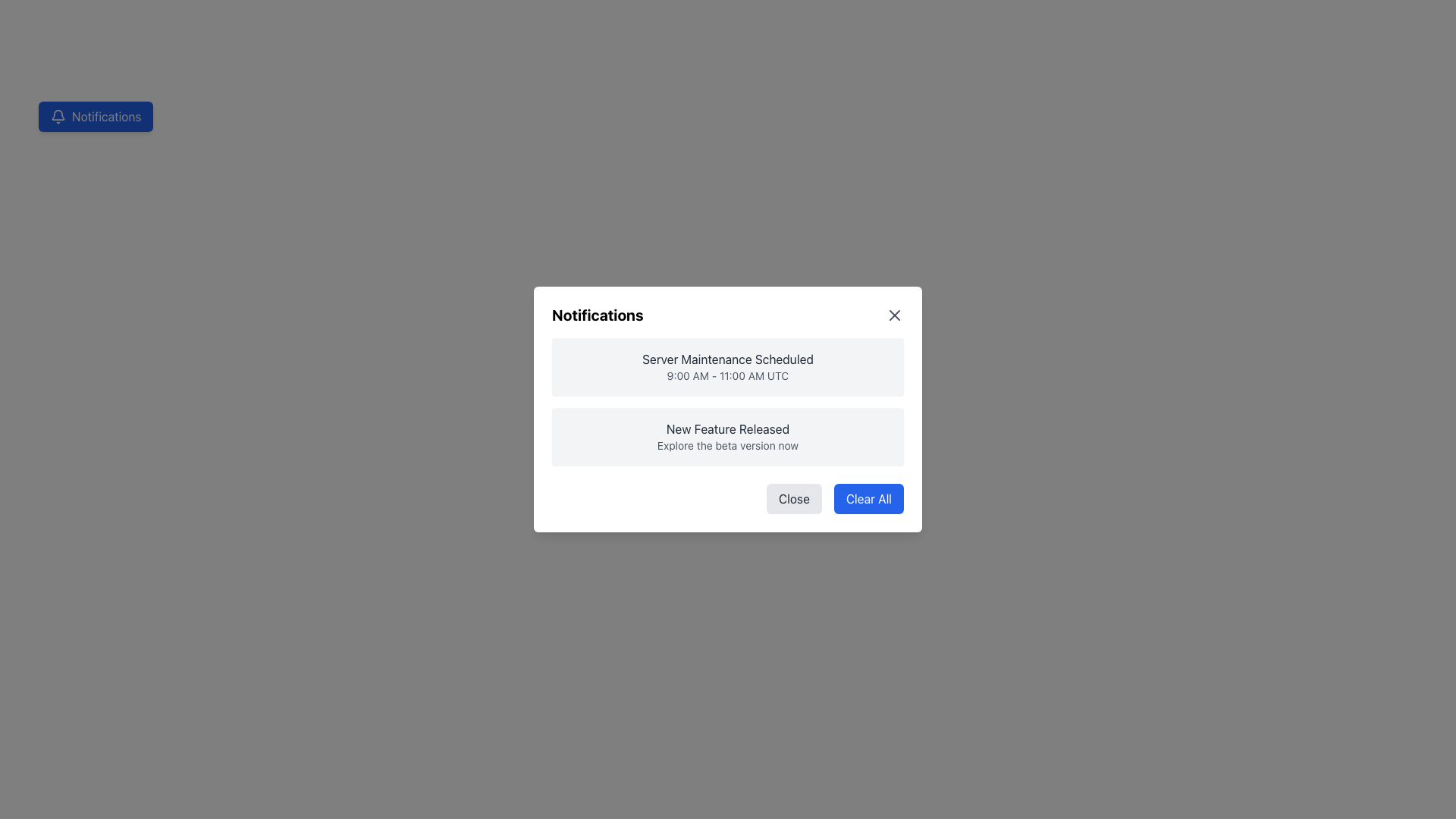 The height and width of the screenshot is (819, 1456). Describe the element at coordinates (95, 116) in the screenshot. I see `the blue 'Notifications' button with rounded corners and a bell icon` at that location.